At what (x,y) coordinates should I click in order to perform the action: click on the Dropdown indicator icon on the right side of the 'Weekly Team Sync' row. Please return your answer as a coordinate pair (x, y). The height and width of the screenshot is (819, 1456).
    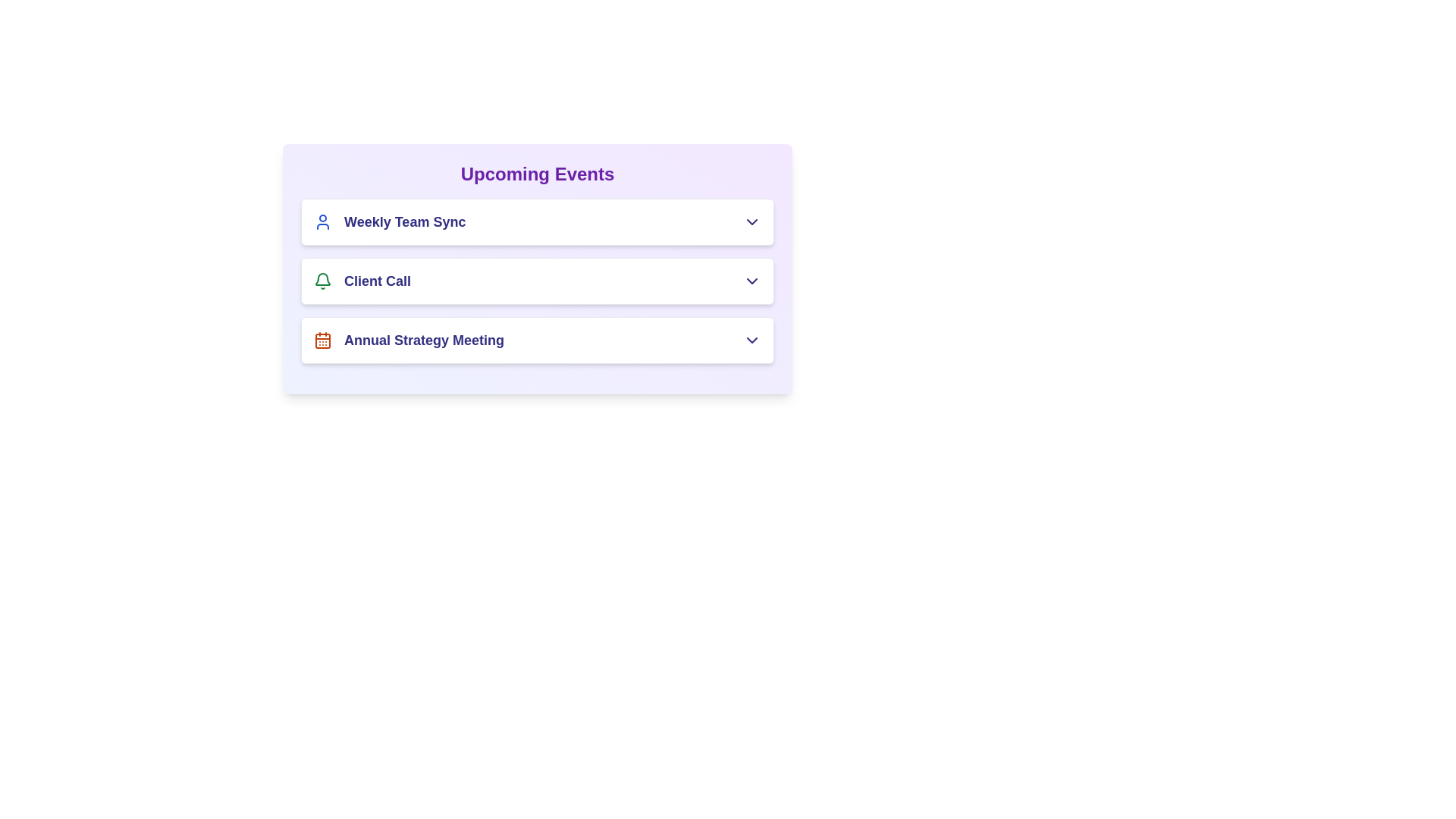
    Looking at the image, I should click on (752, 222).